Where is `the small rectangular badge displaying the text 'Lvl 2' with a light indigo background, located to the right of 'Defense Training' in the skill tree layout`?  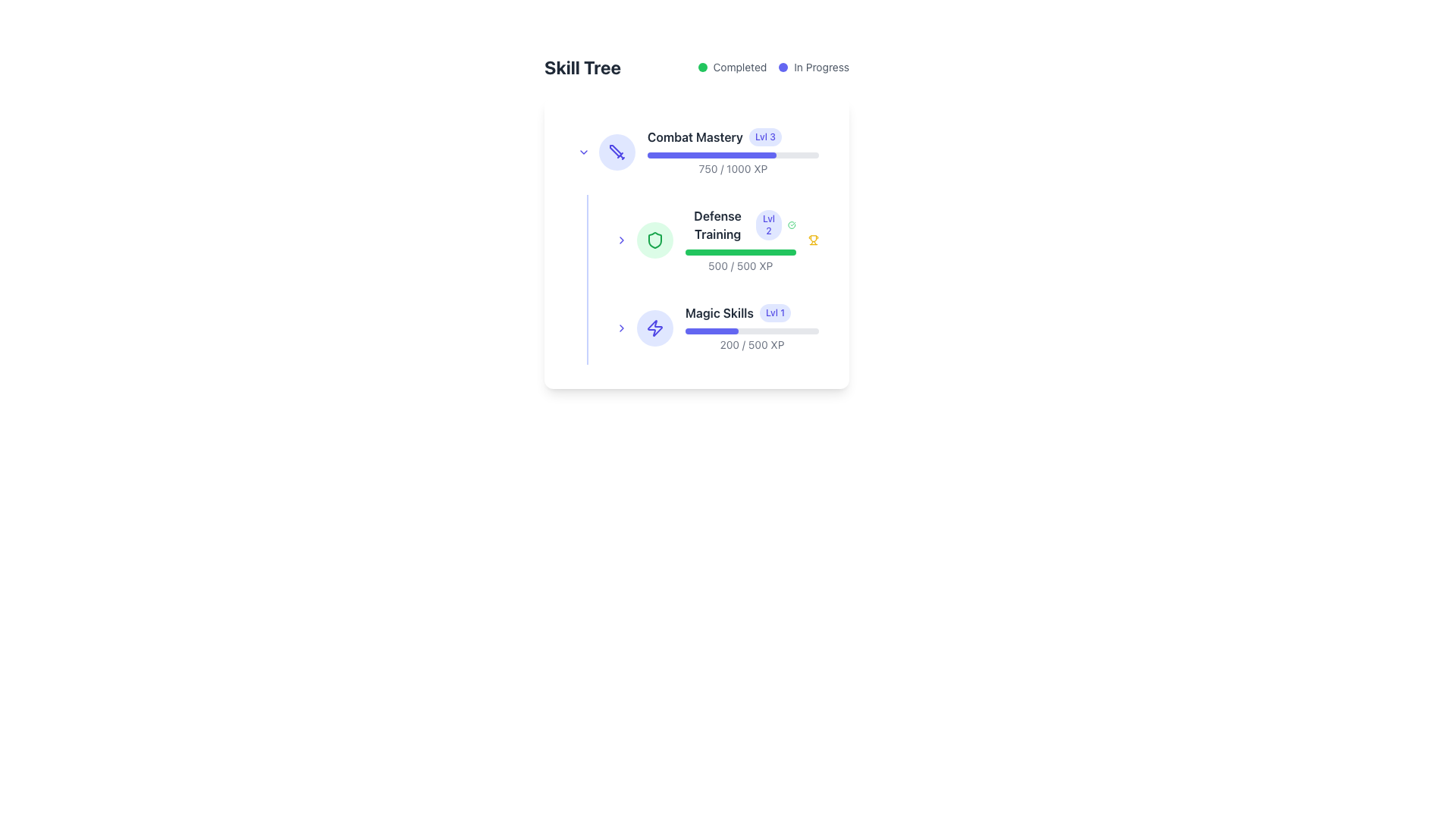
the small rectangular badge displaying the text 'Lvl 2' with a light indigo background, located to the right of 'Defense Training' in the skill tree layout is located at coordinates (769, 225).